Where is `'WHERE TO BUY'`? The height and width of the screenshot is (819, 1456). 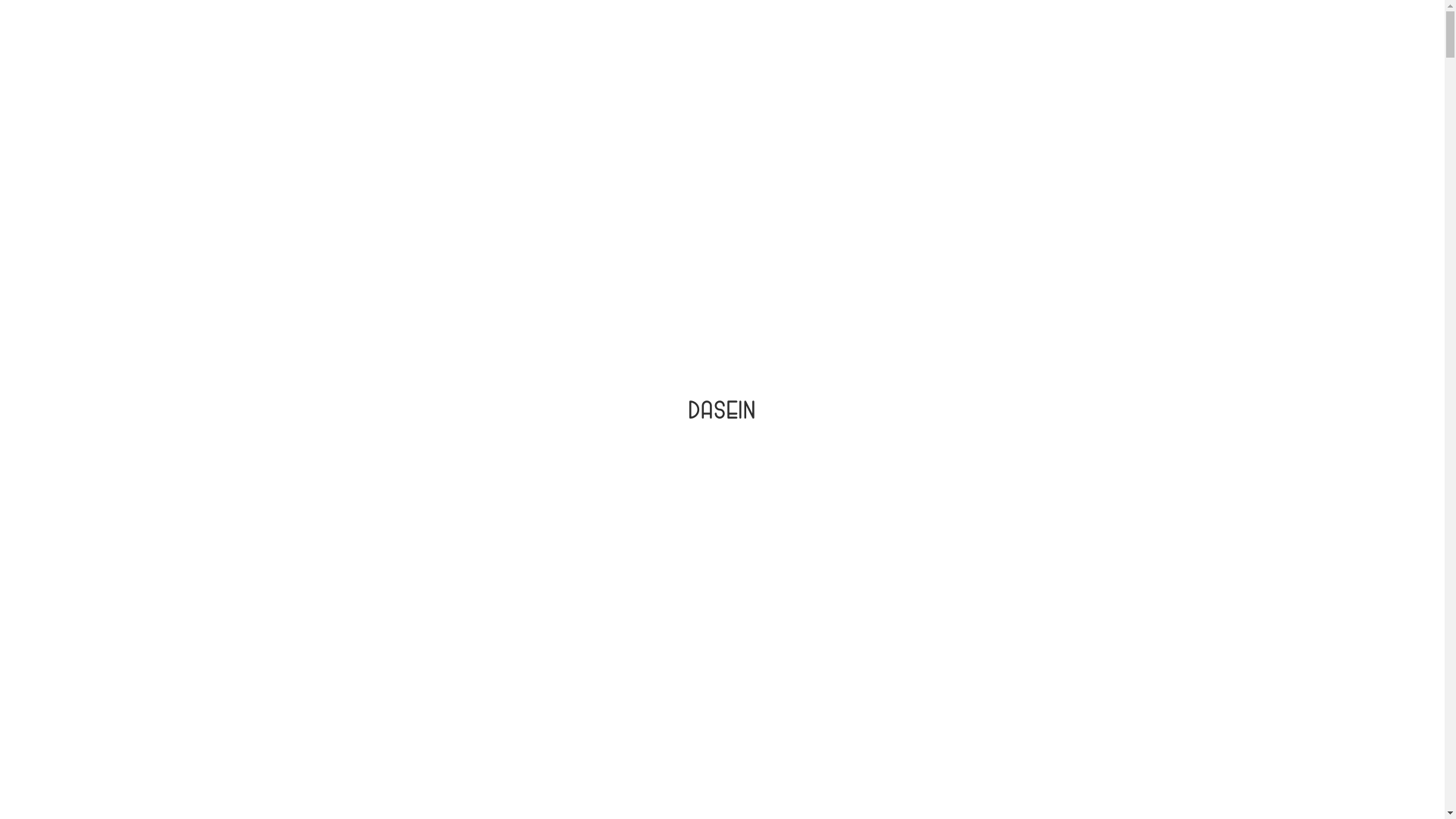
'WHERE TO BUY' is located at coordinates (945, 55).